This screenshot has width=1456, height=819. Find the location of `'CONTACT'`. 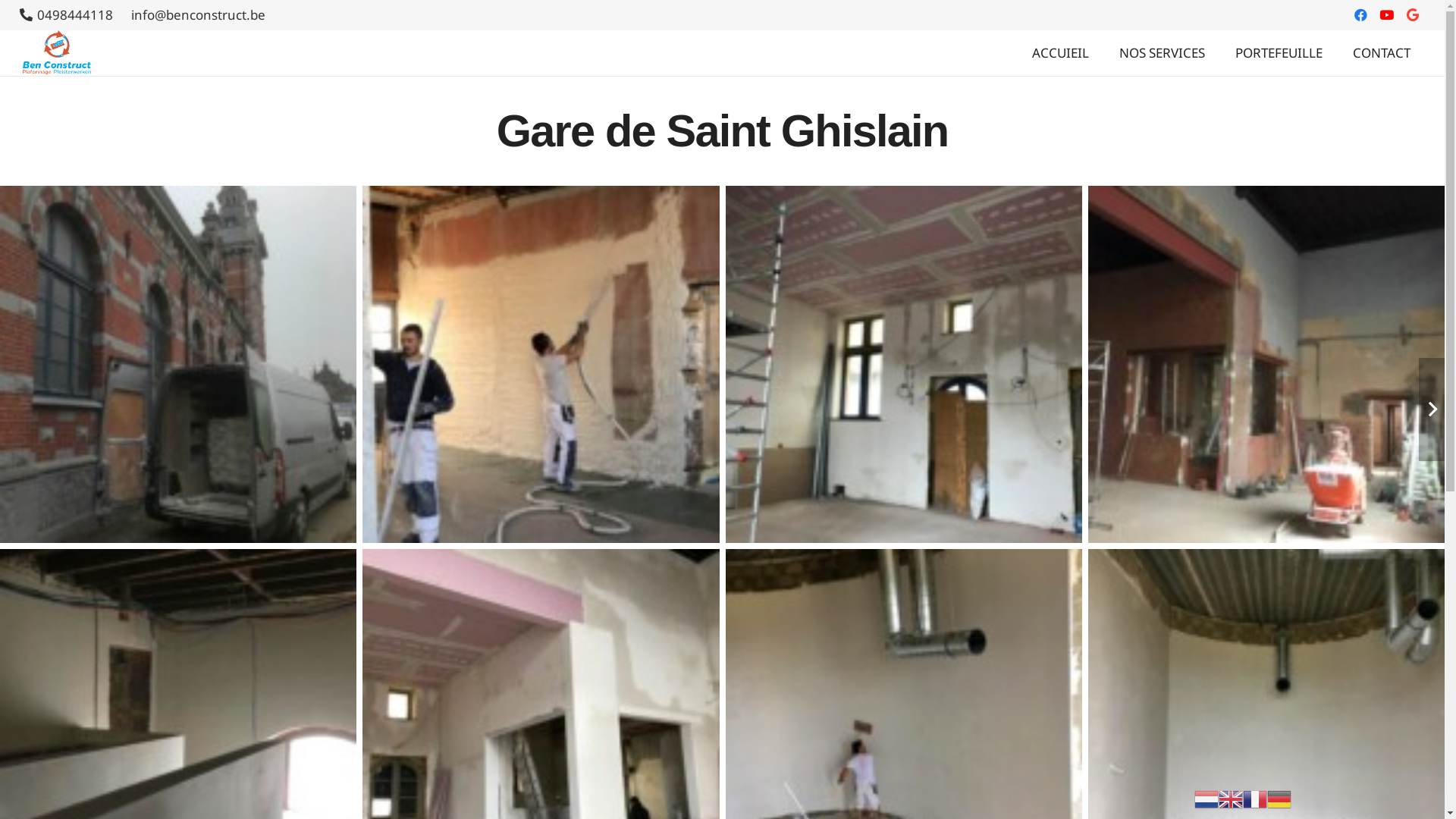

'CONTACT' is located at coordinates (1337, 52).